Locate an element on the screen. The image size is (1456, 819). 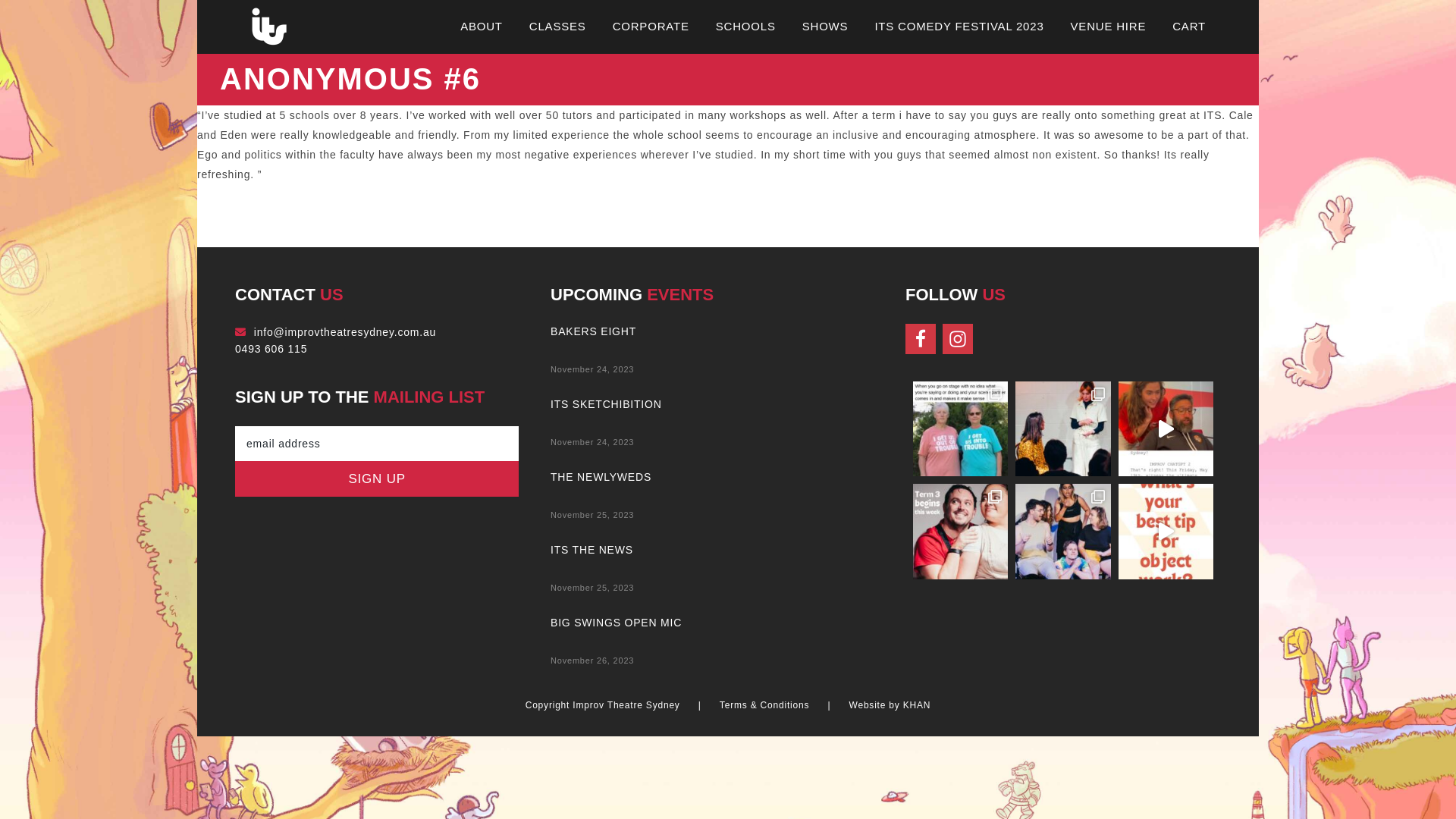
'CORPORATE' is located at coordinates (612, 26).